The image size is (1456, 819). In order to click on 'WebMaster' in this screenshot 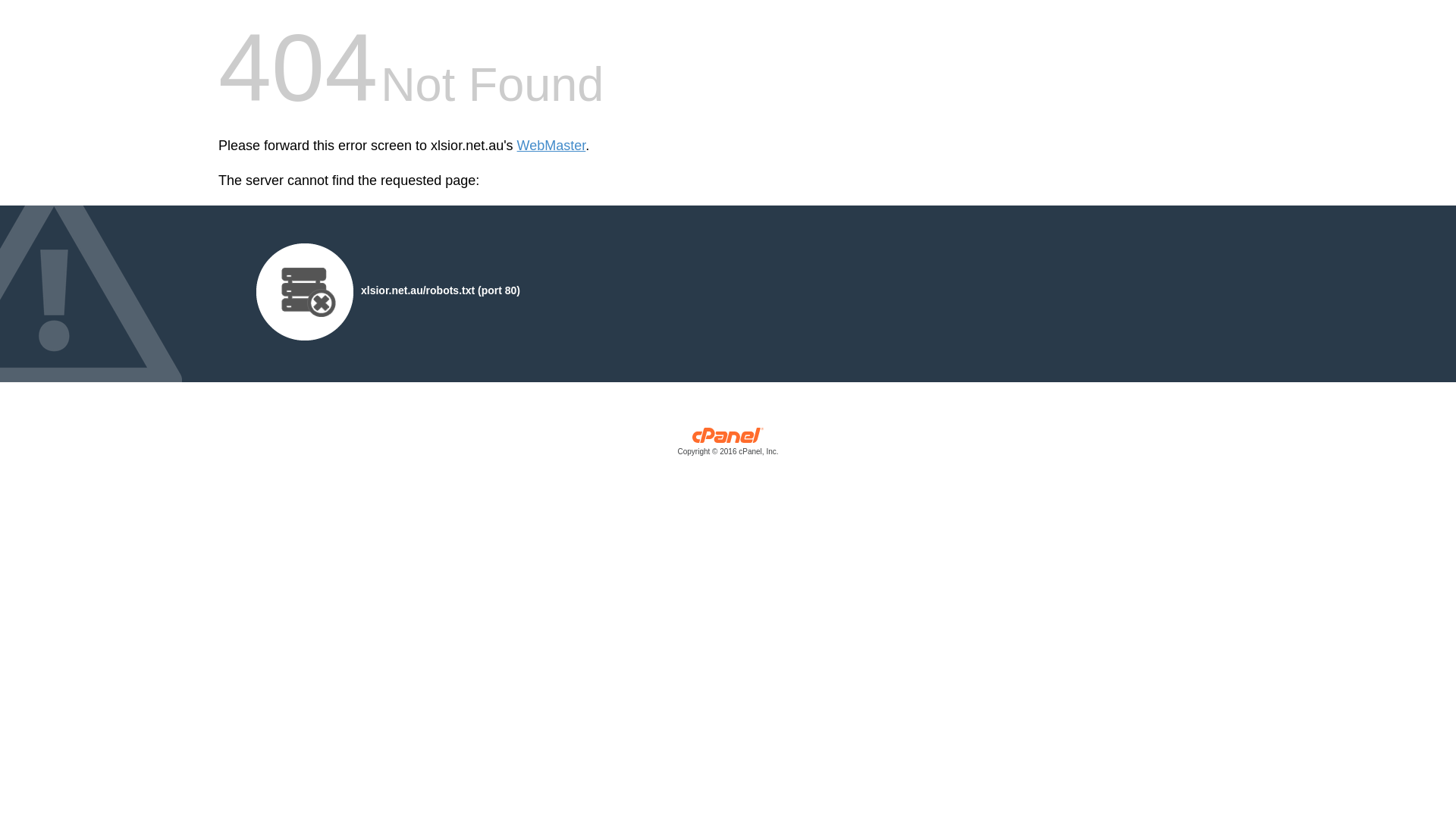, I will do `click(516, 146)`.